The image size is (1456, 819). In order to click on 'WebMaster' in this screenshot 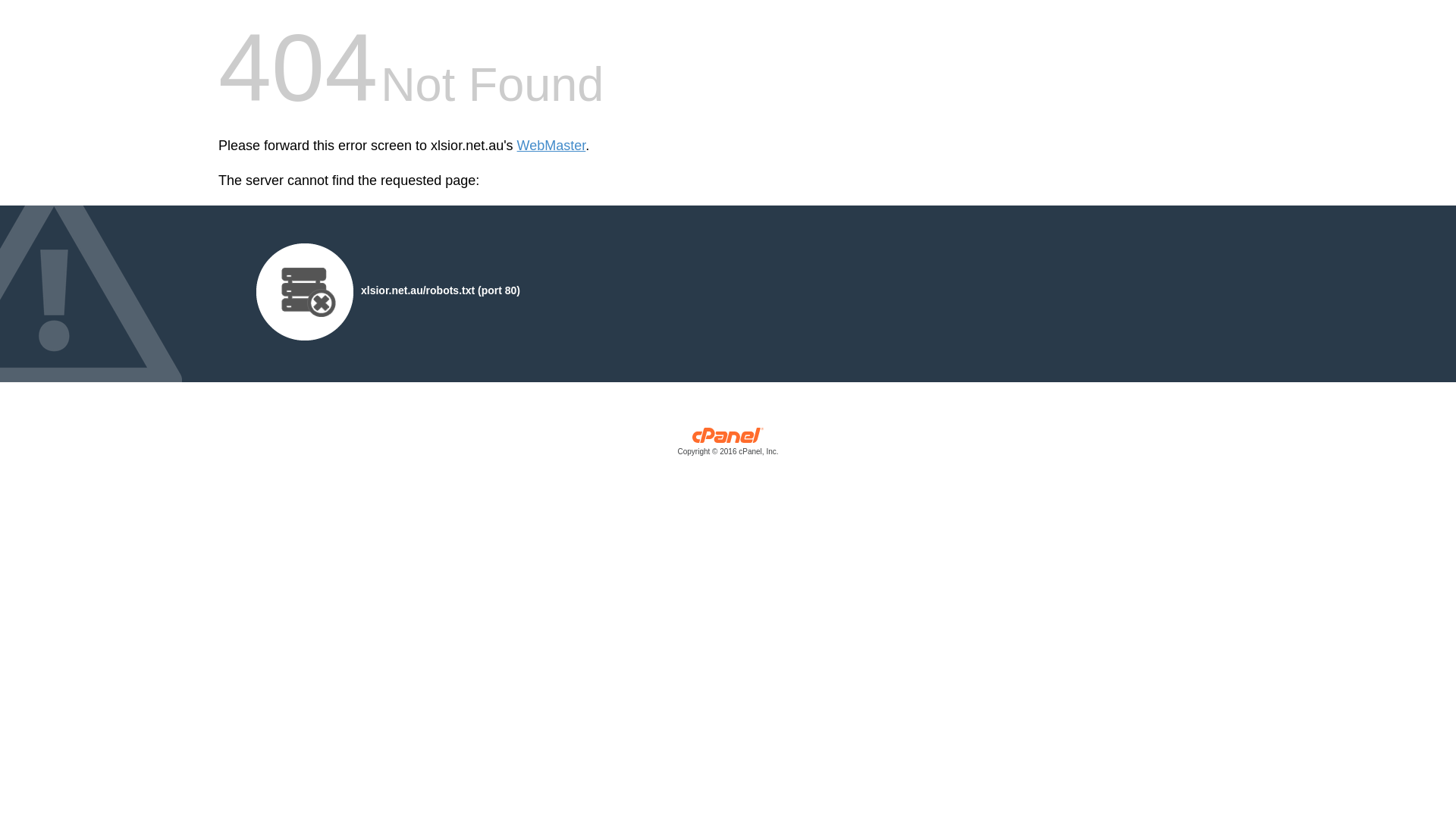, I will do `click(516, 146)`.